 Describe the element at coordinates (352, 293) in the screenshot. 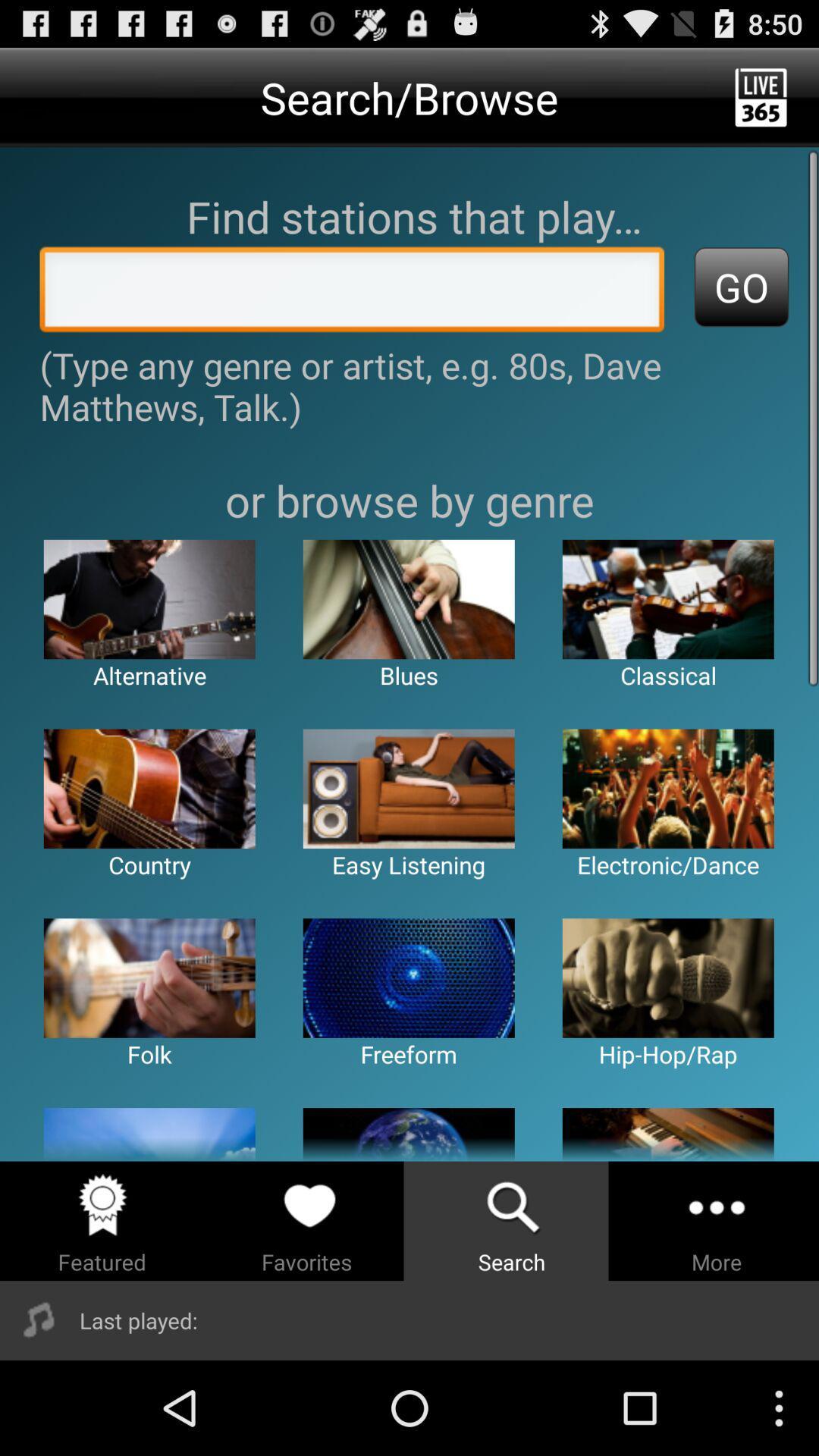

I see `search stations` at that location.